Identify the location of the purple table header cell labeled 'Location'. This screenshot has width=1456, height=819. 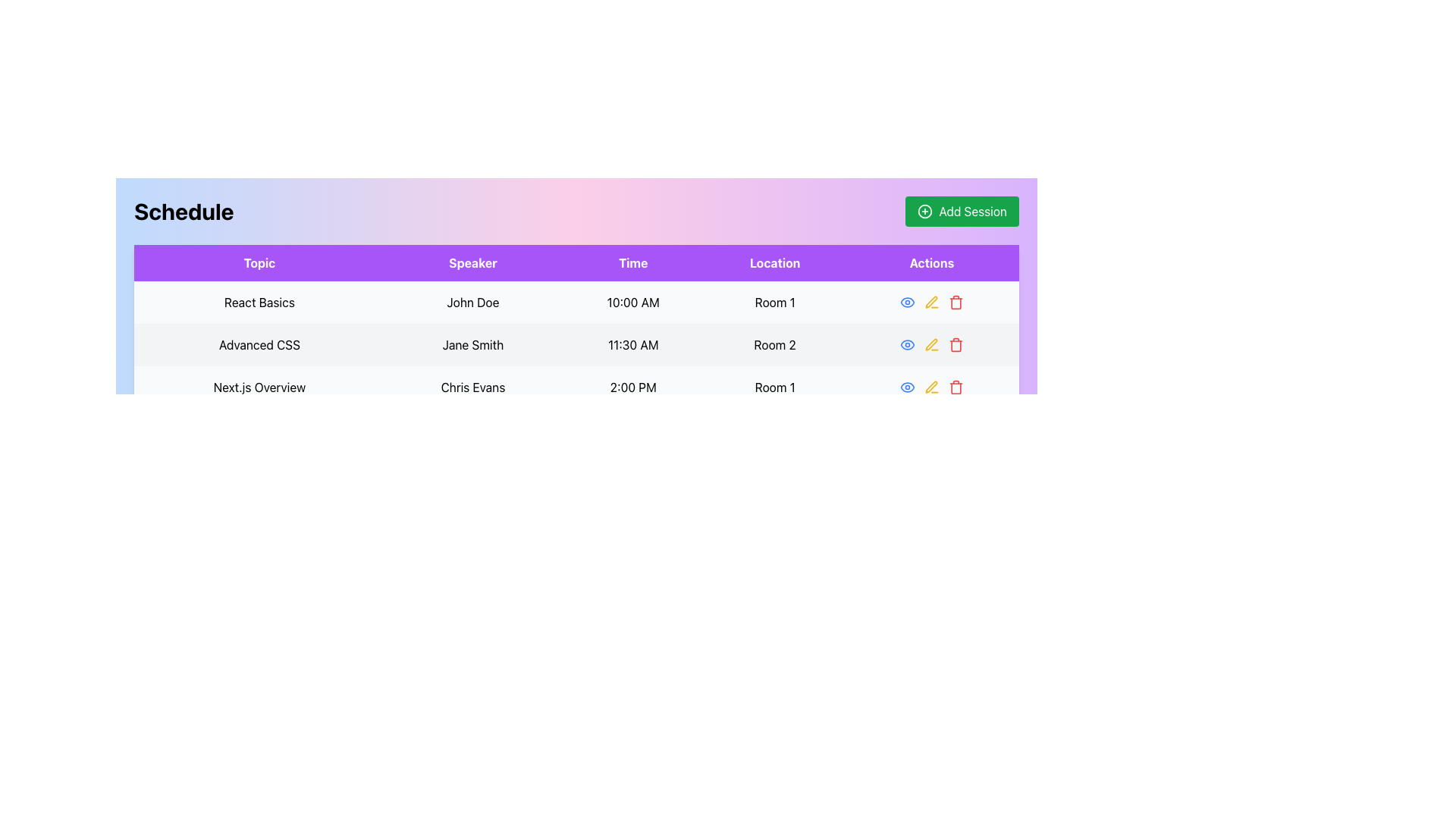
(775, 262).